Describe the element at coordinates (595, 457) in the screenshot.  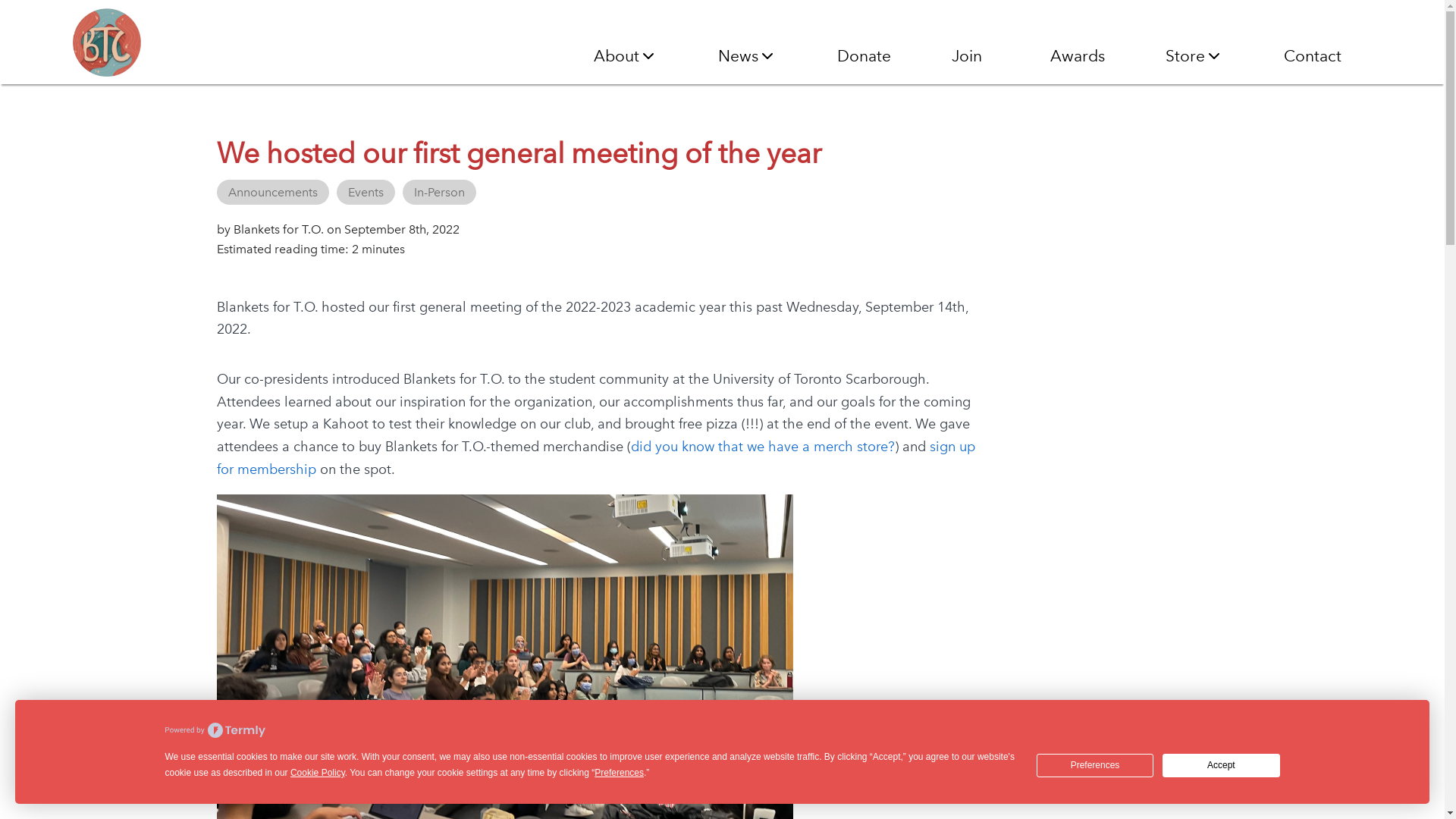
I see `'sign up for membership'` at that location.